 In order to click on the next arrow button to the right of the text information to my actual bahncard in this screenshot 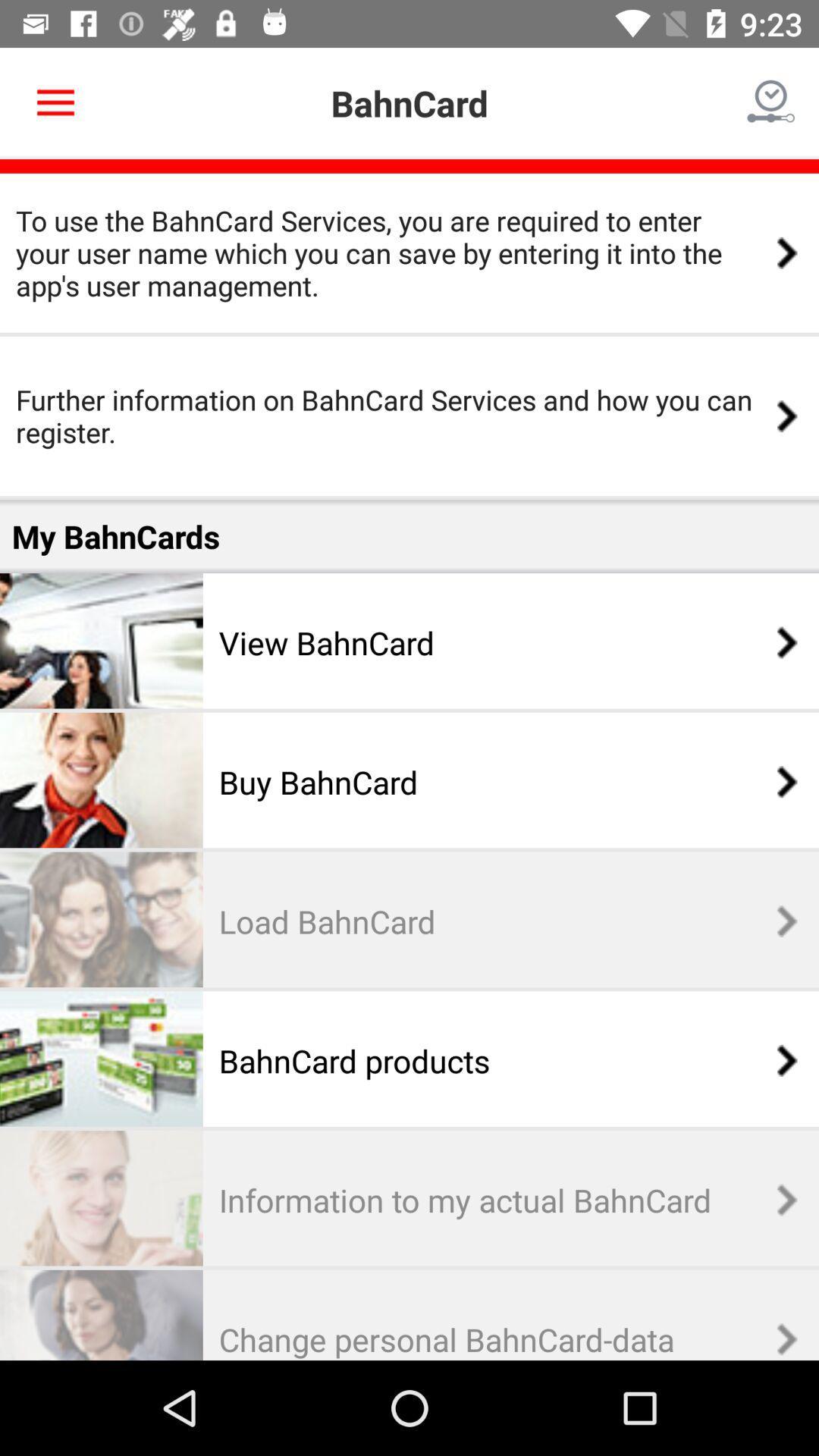, I will do `click(779, 1199)`.